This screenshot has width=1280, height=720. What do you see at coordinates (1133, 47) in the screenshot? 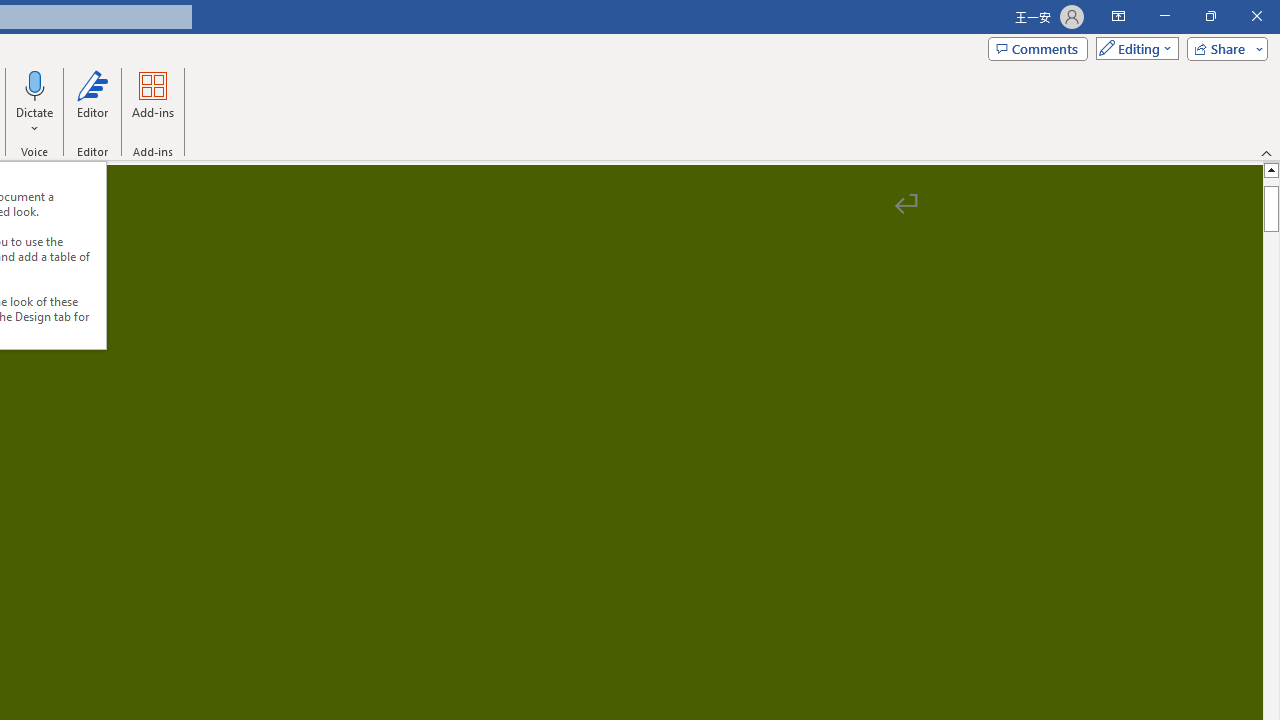
I see `'Mode'` at bounding box center [1133, 47].